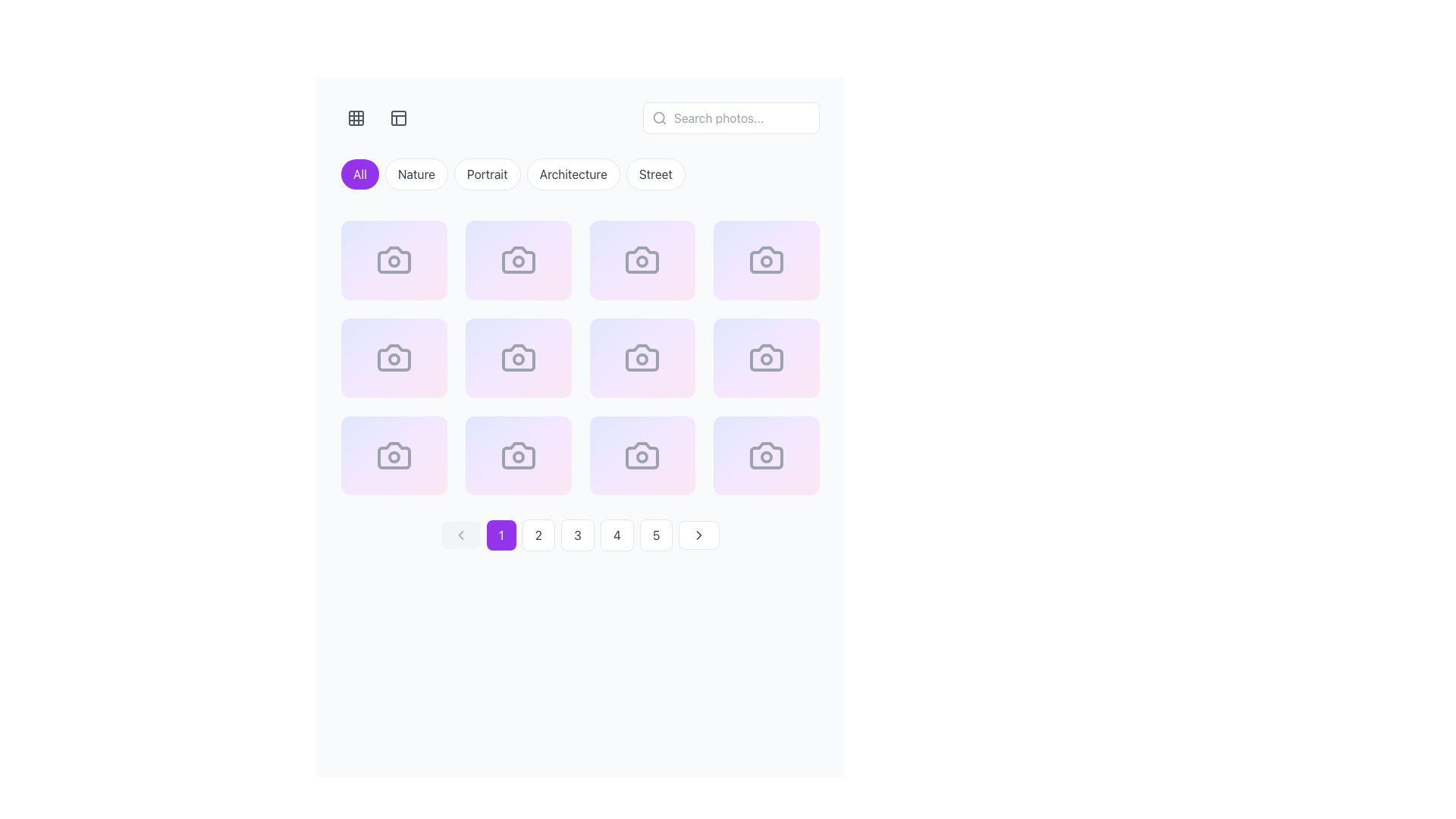 The width and height of the screenshot is (1456, 819). What do you see at coordinates (576, 535) in the screenshot?
I see `the button labeled '3' with a white background and a light gray border to observe hover effects` at bounding box center [576, 535].